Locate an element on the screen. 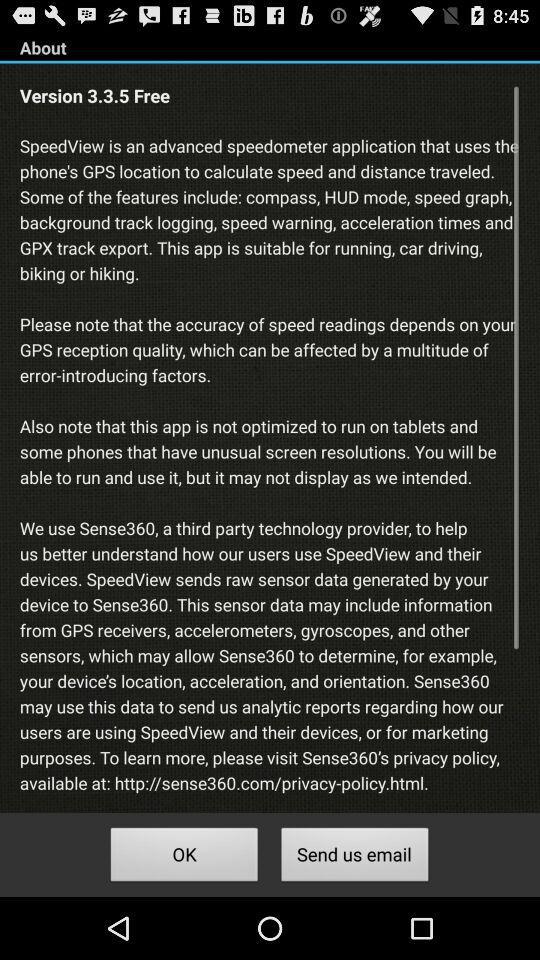  the icon below the speedview is an item is located at coordinates (354, 856).